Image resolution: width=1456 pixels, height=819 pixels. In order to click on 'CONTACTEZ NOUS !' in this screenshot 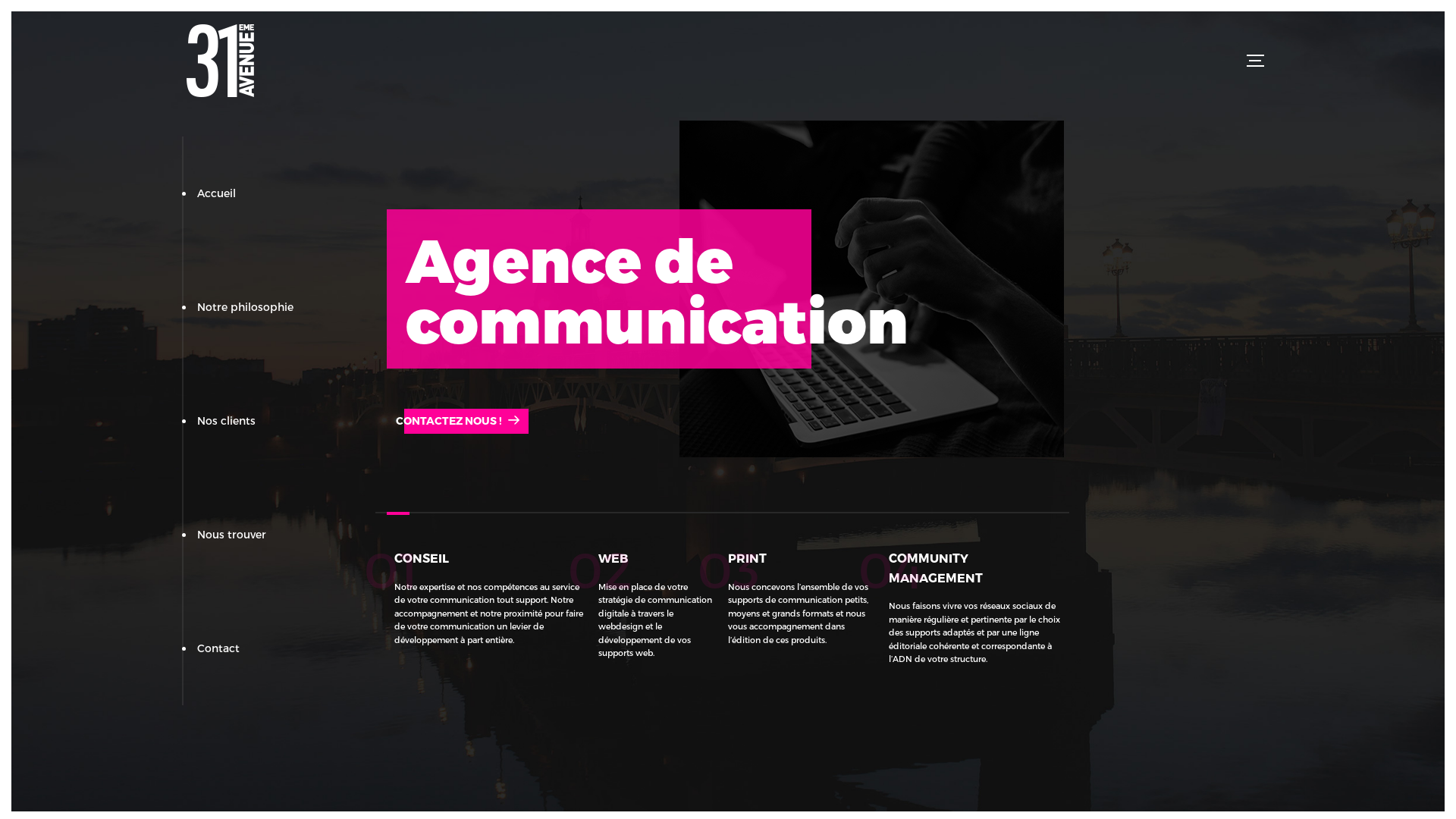, I will do `click(457, 421)`.